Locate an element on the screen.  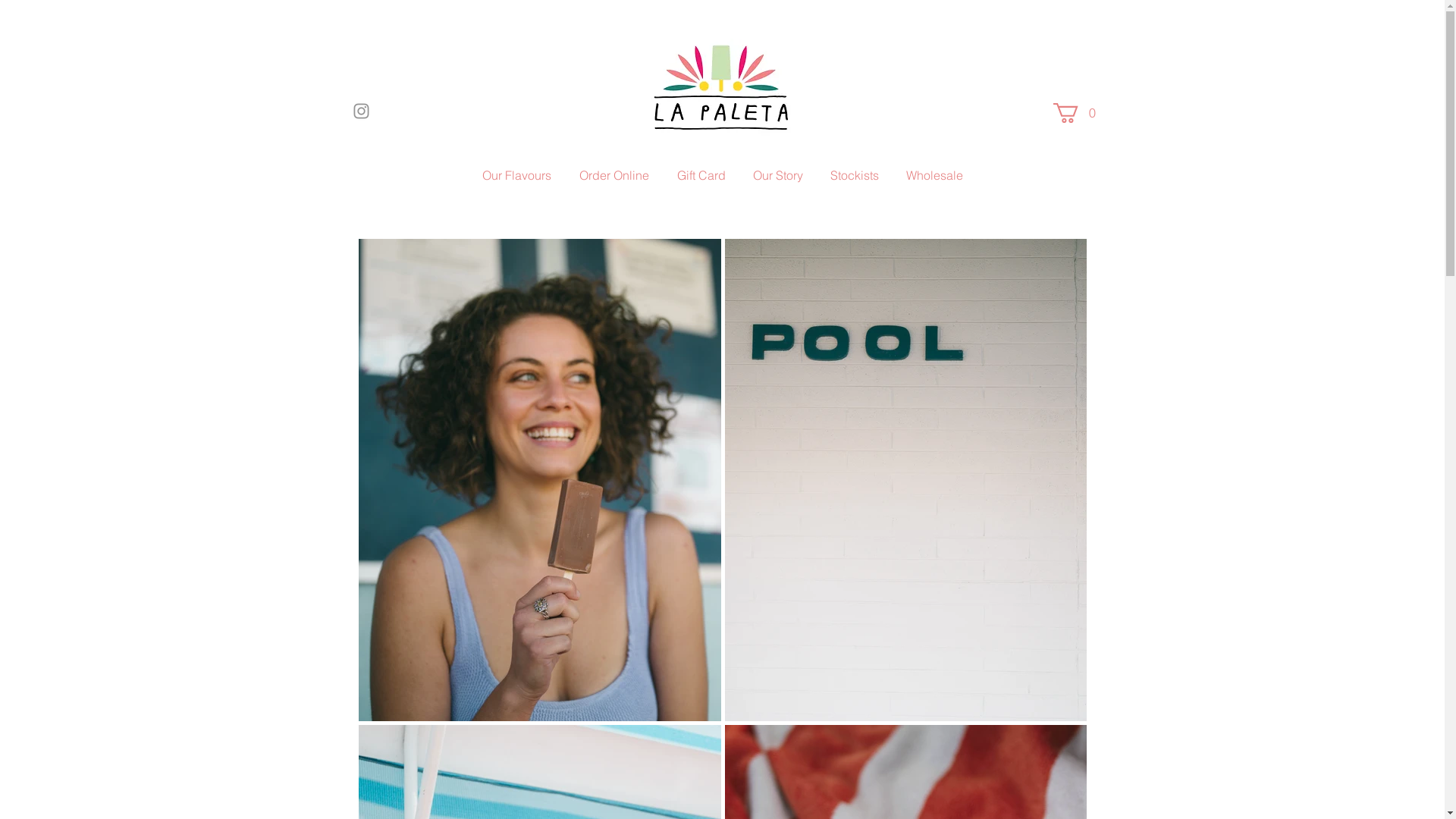
'Gift Card' is located at coordinates (700, 174).